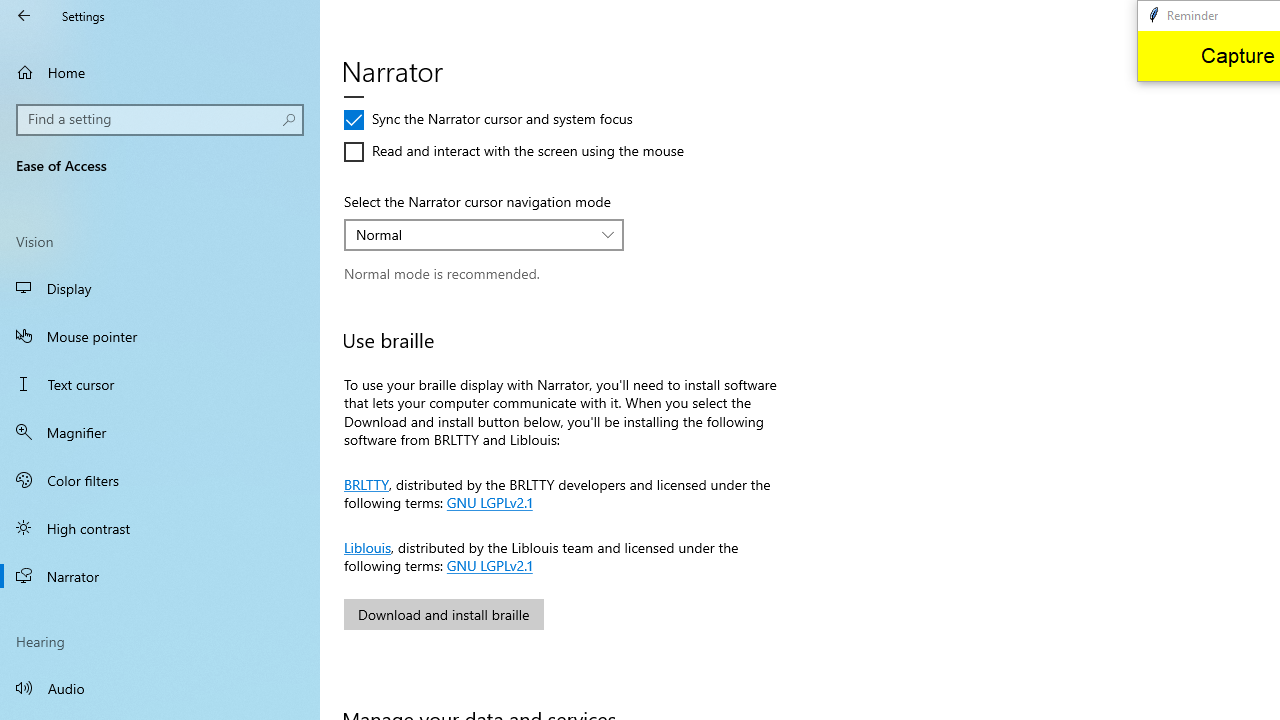  What do you see at coordinates (488, 119) in the screenshot?
I see `'Sync the Narrator cursor and system focus'` at bounding box center [488, 119].